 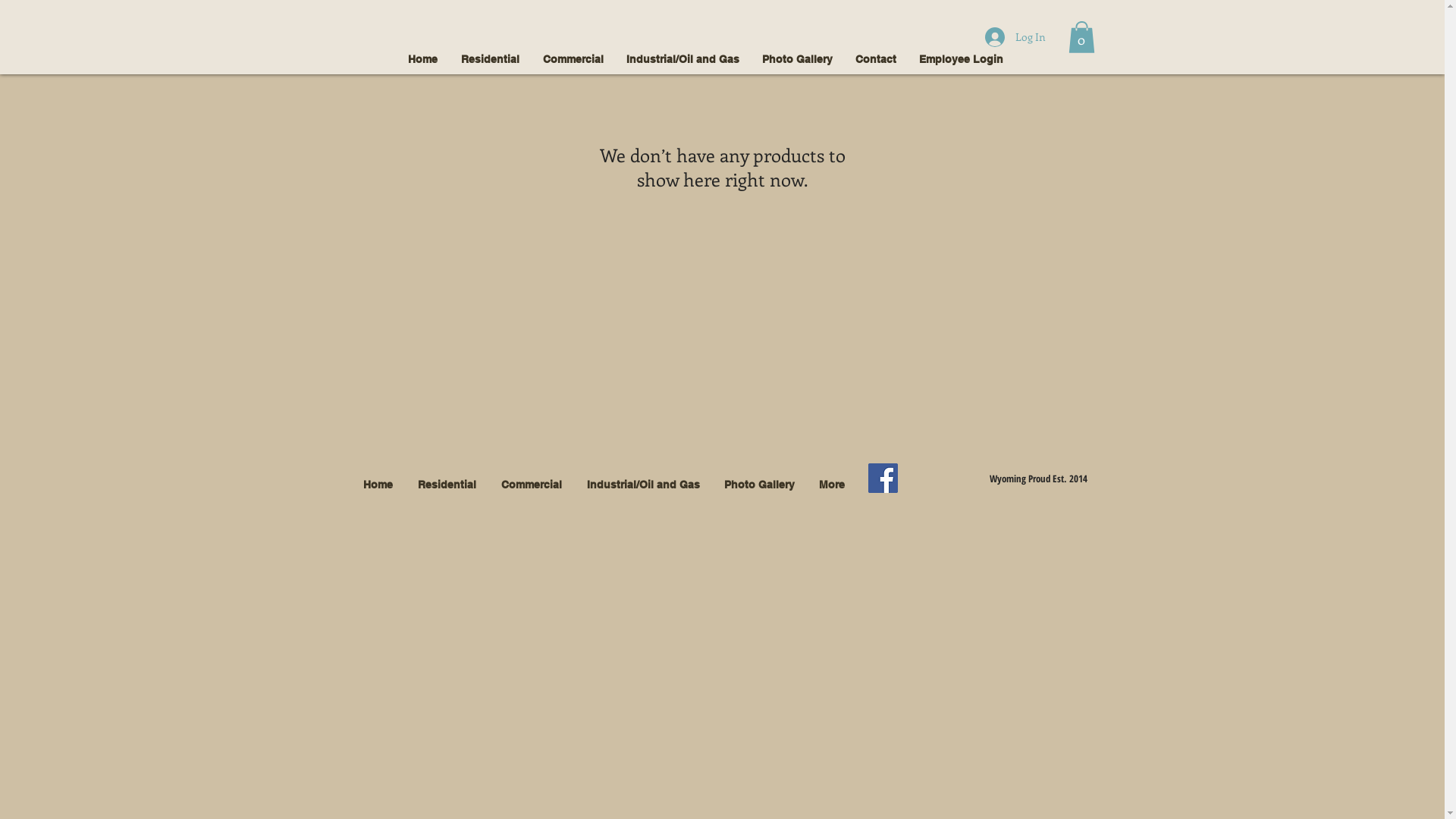 What do you see at coordinates (571, 58) in the screenshot?
I see `'Commercial'` at bounding box center [571, 58].